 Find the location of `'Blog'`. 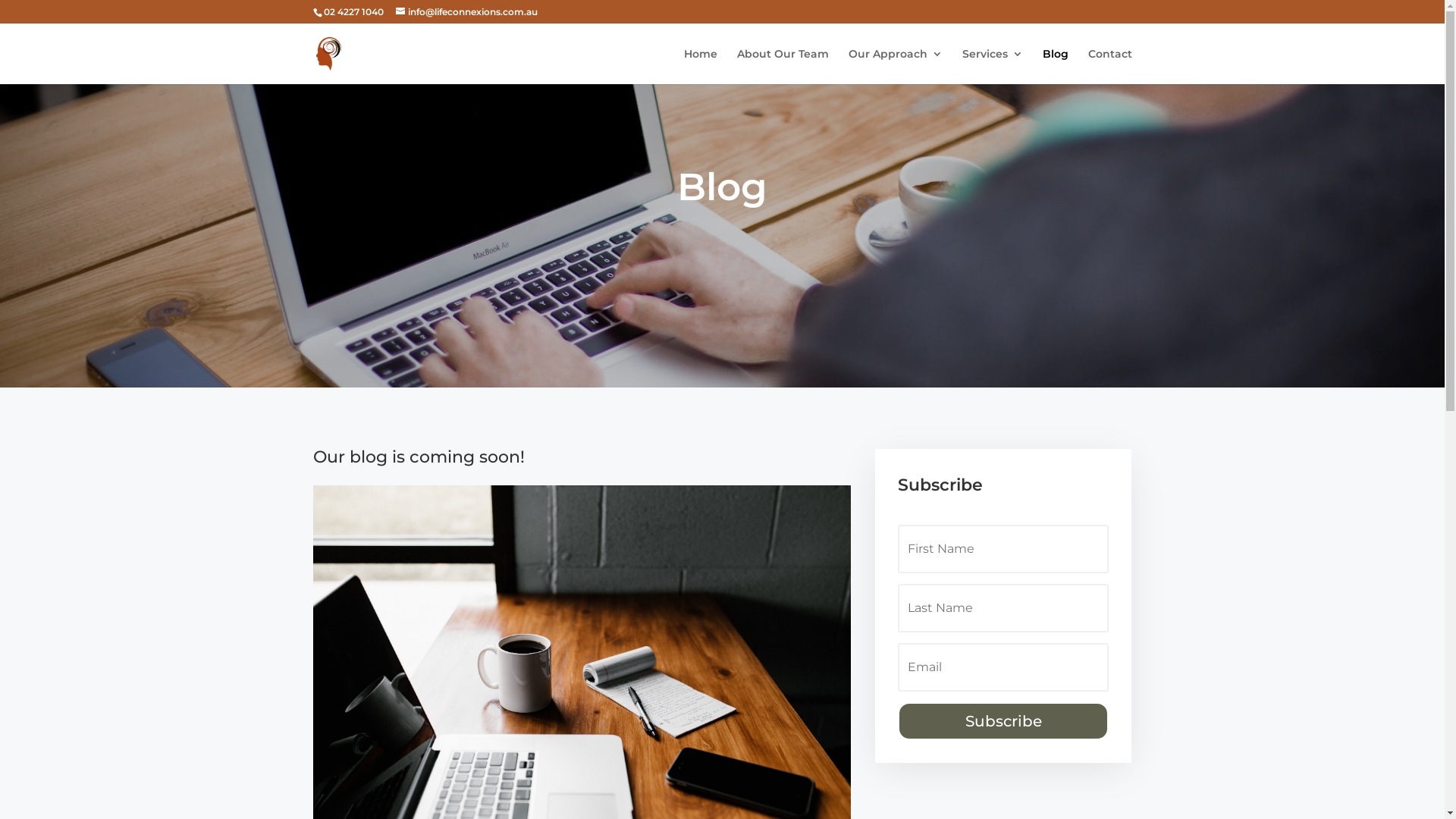

'Blog' is located at coordinates (1054, 65).